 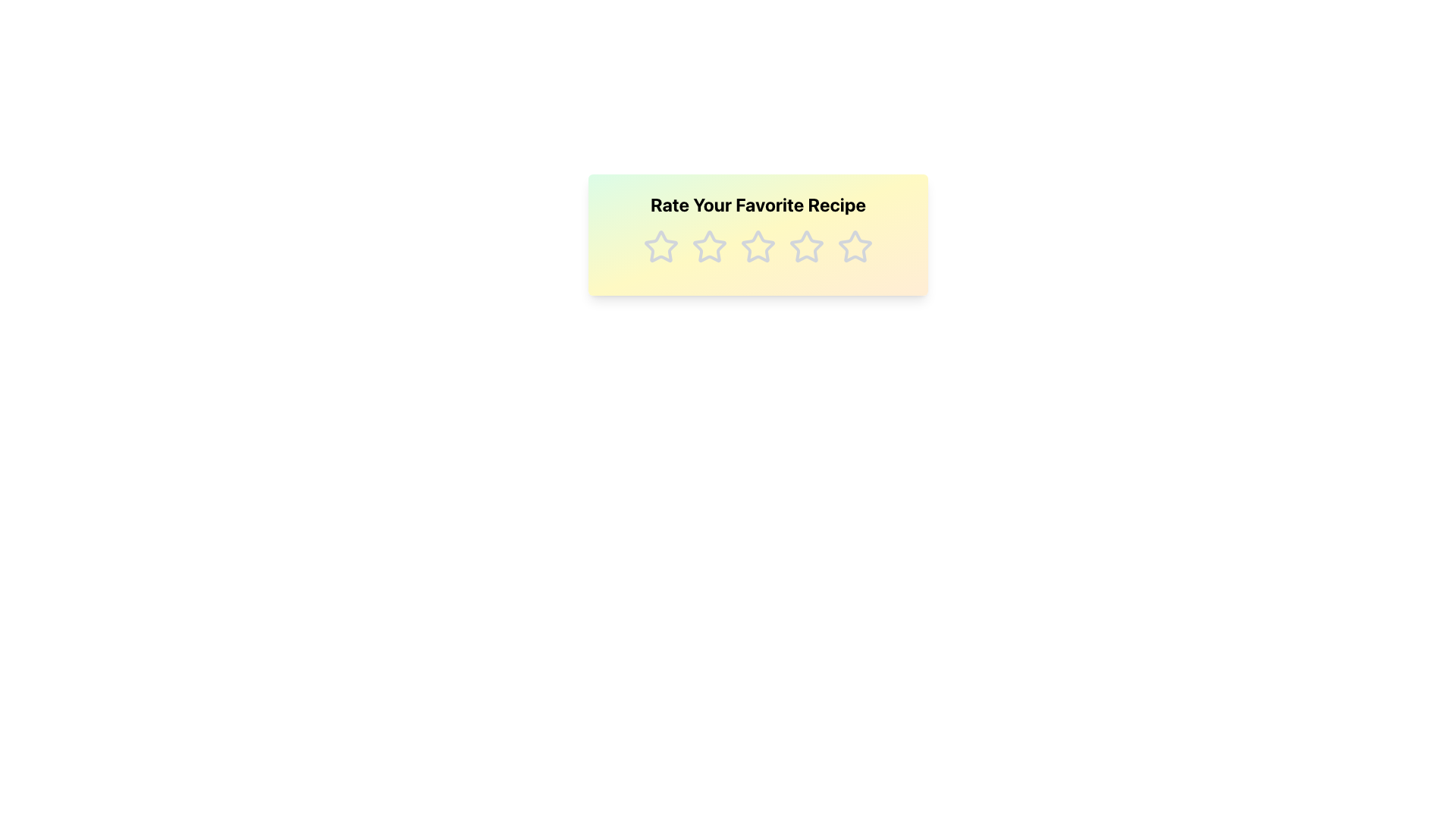 What do you see at coordinates (661, 246) in the screenshot?
I see `the first star-shaped icon in the rating interface, located beneath the label 'Rate Your Favorite Recipe'` at bounding box center [661, 246].